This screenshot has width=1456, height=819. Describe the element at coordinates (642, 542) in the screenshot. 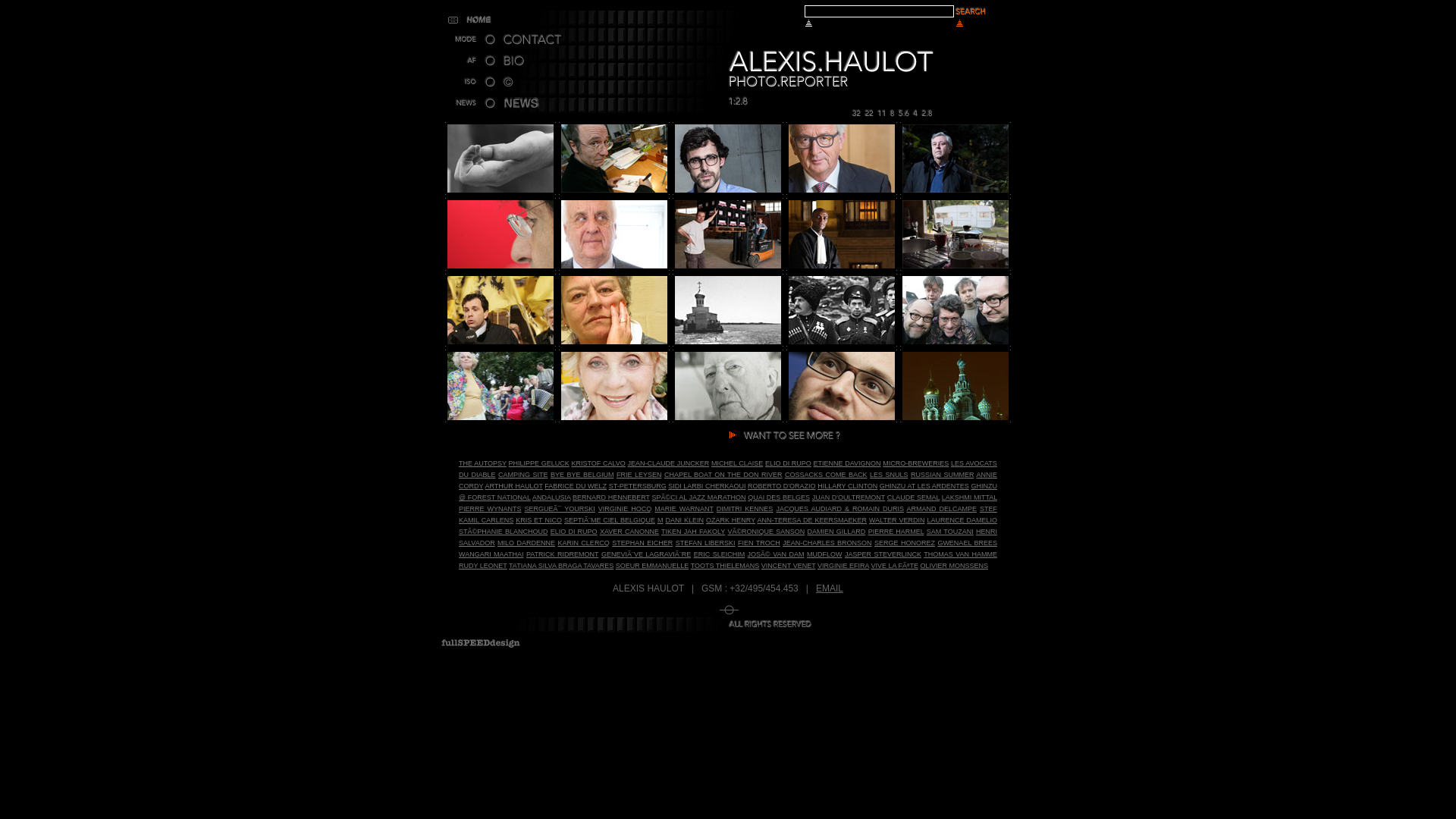

I see `'STEPHAN EICHER'` at that location.